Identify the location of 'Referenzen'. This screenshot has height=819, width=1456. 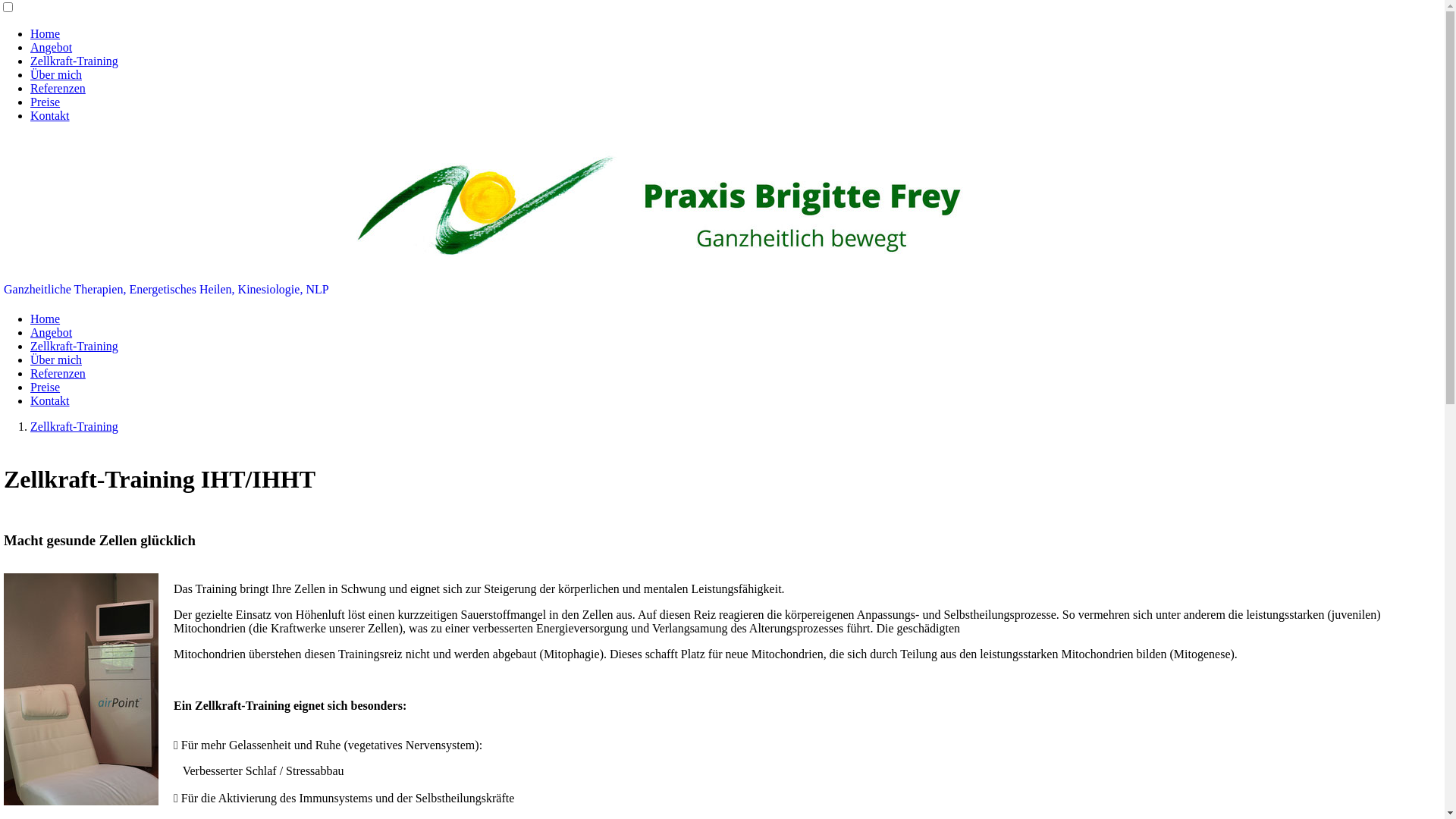
(58, 373).